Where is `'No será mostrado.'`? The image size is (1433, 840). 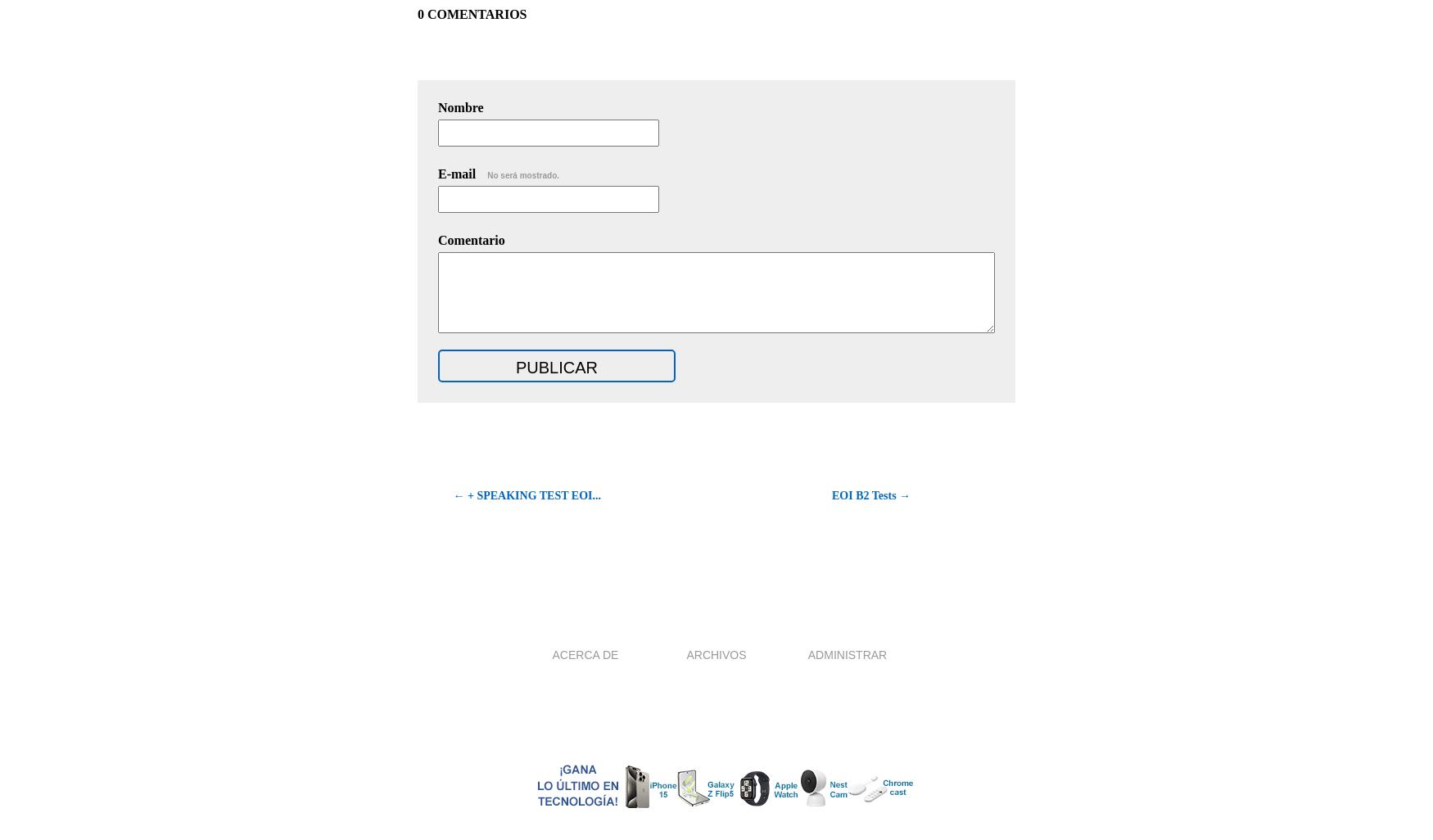
'No será mostrado.' is located at coordinates (487, 175).